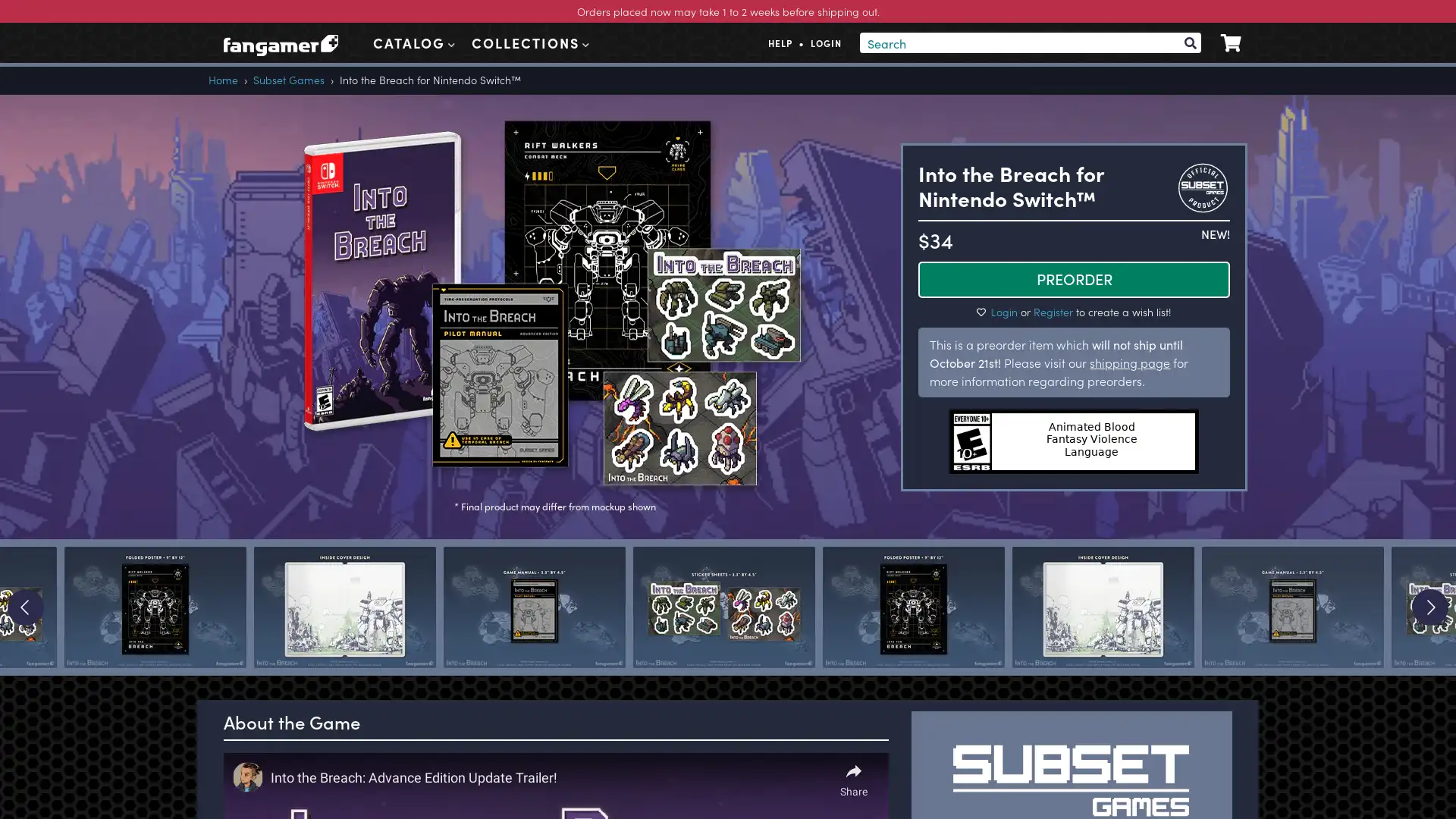  What do you see at coordinates (1429, 607) in the screenshot?
I see `Next slide` at bounding box center [1429, 607].